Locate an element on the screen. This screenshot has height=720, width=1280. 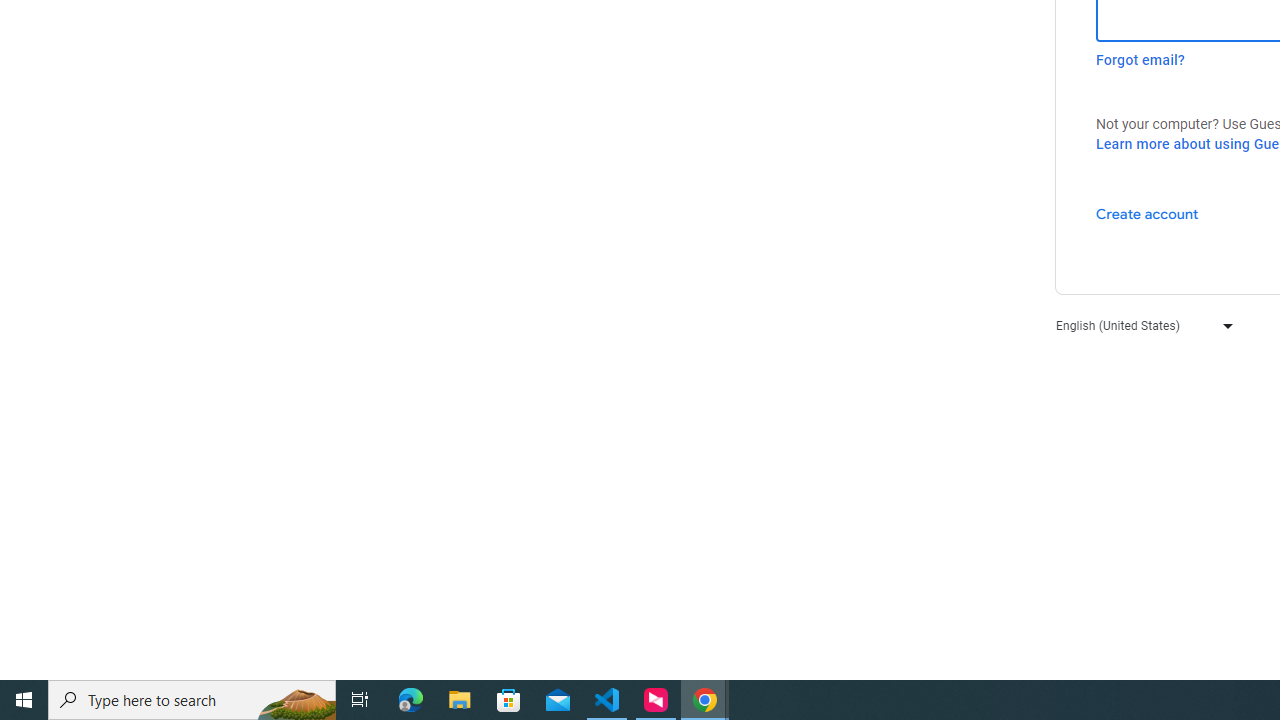
'English (United States)' is located at coordinates (1139, 324).